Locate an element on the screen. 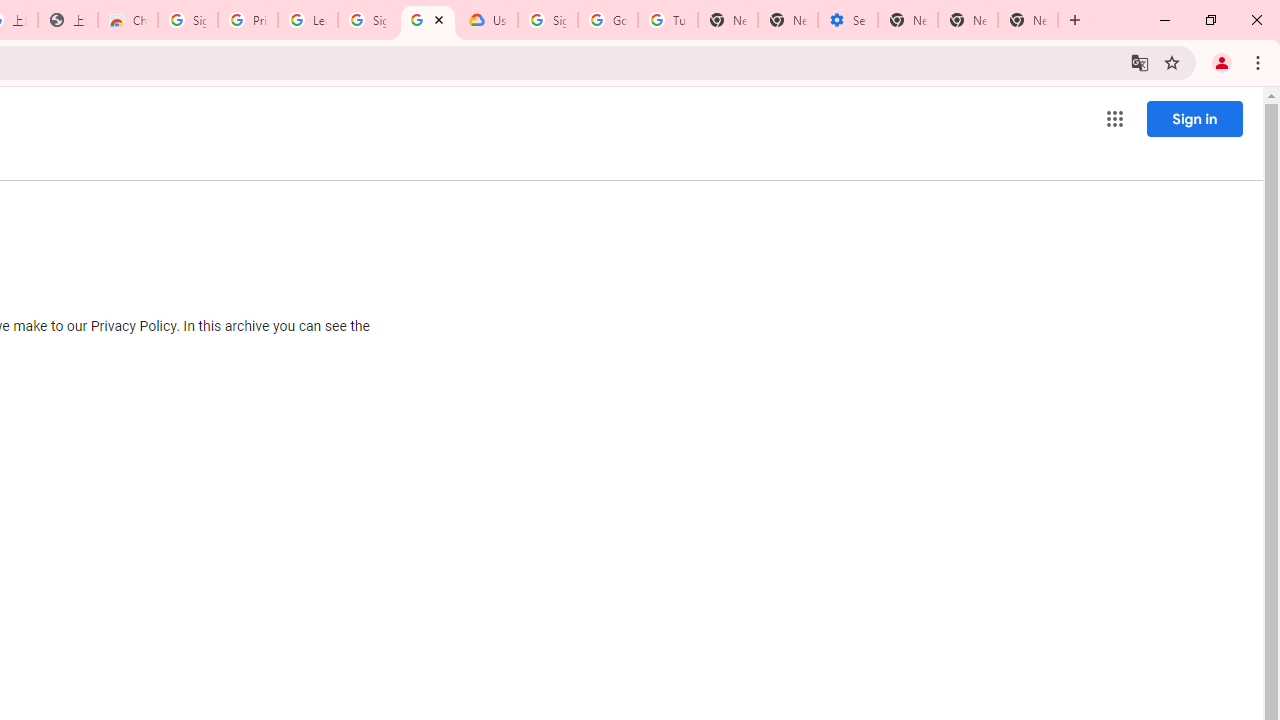  'Turn cookies on or off - Computer - Google Account Help' is located at coordinates (667, 20).